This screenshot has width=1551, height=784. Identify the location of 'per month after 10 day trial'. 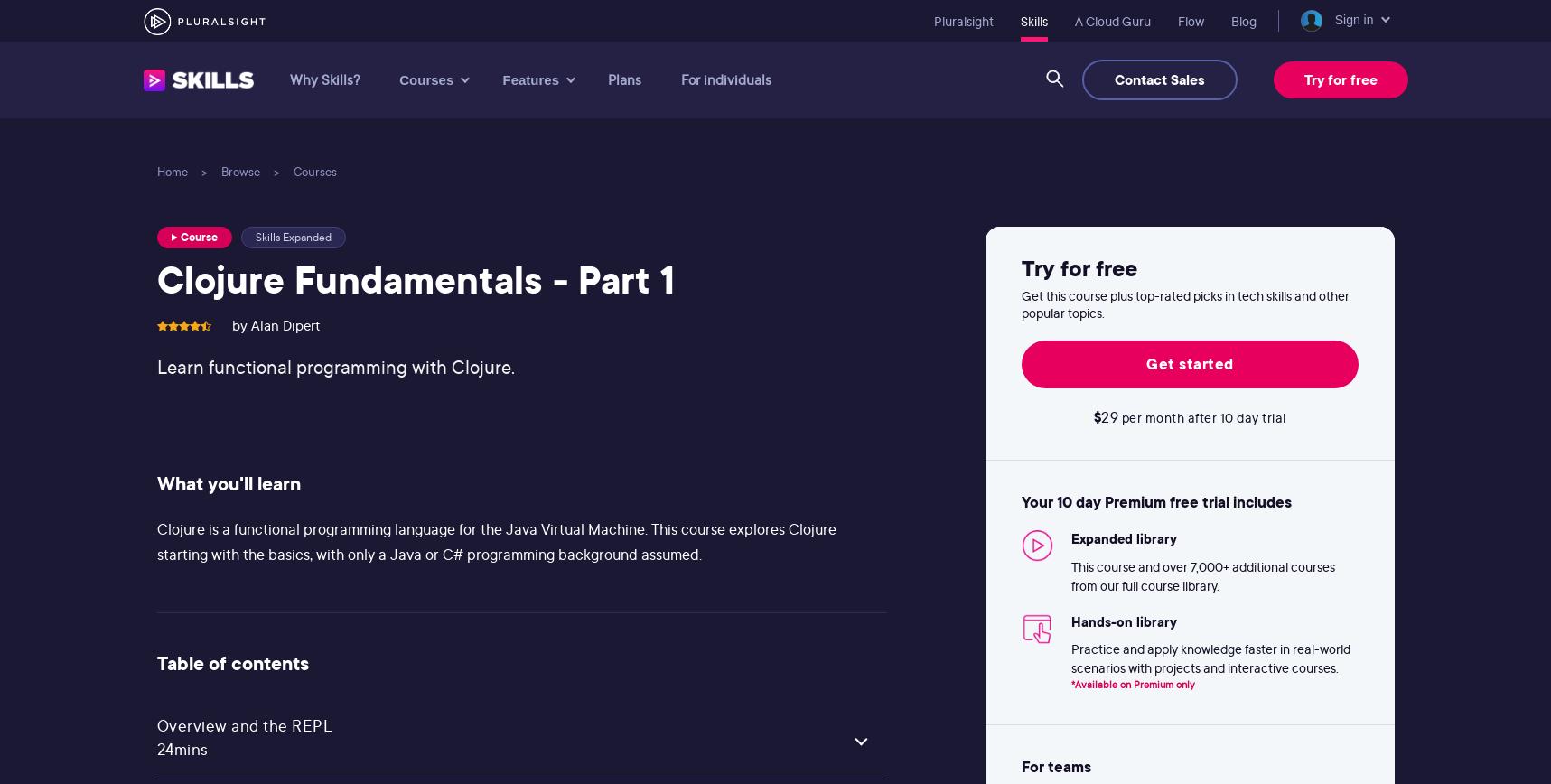
(1201, 417).